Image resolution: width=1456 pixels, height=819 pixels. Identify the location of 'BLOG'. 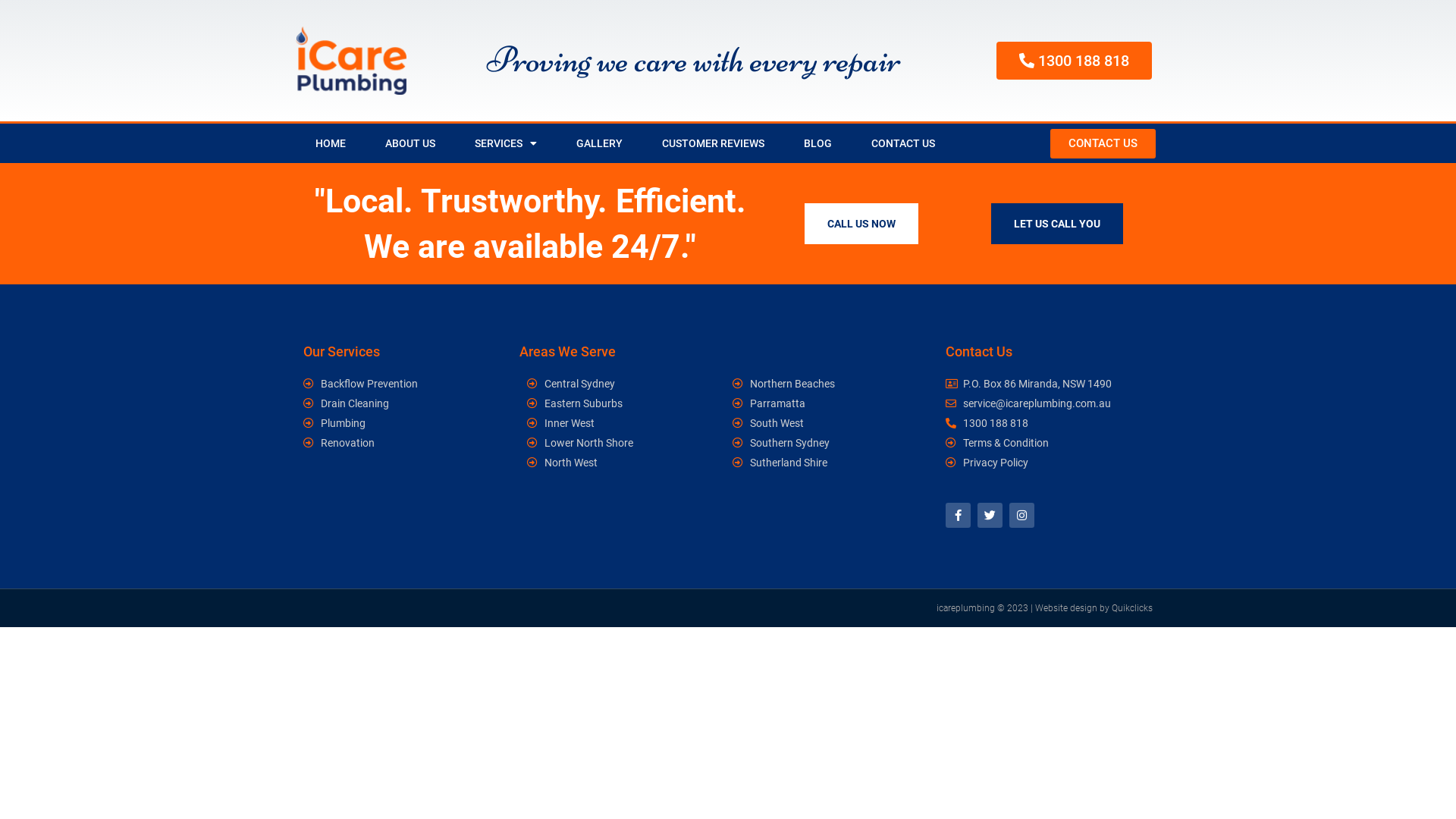
(783, 143).